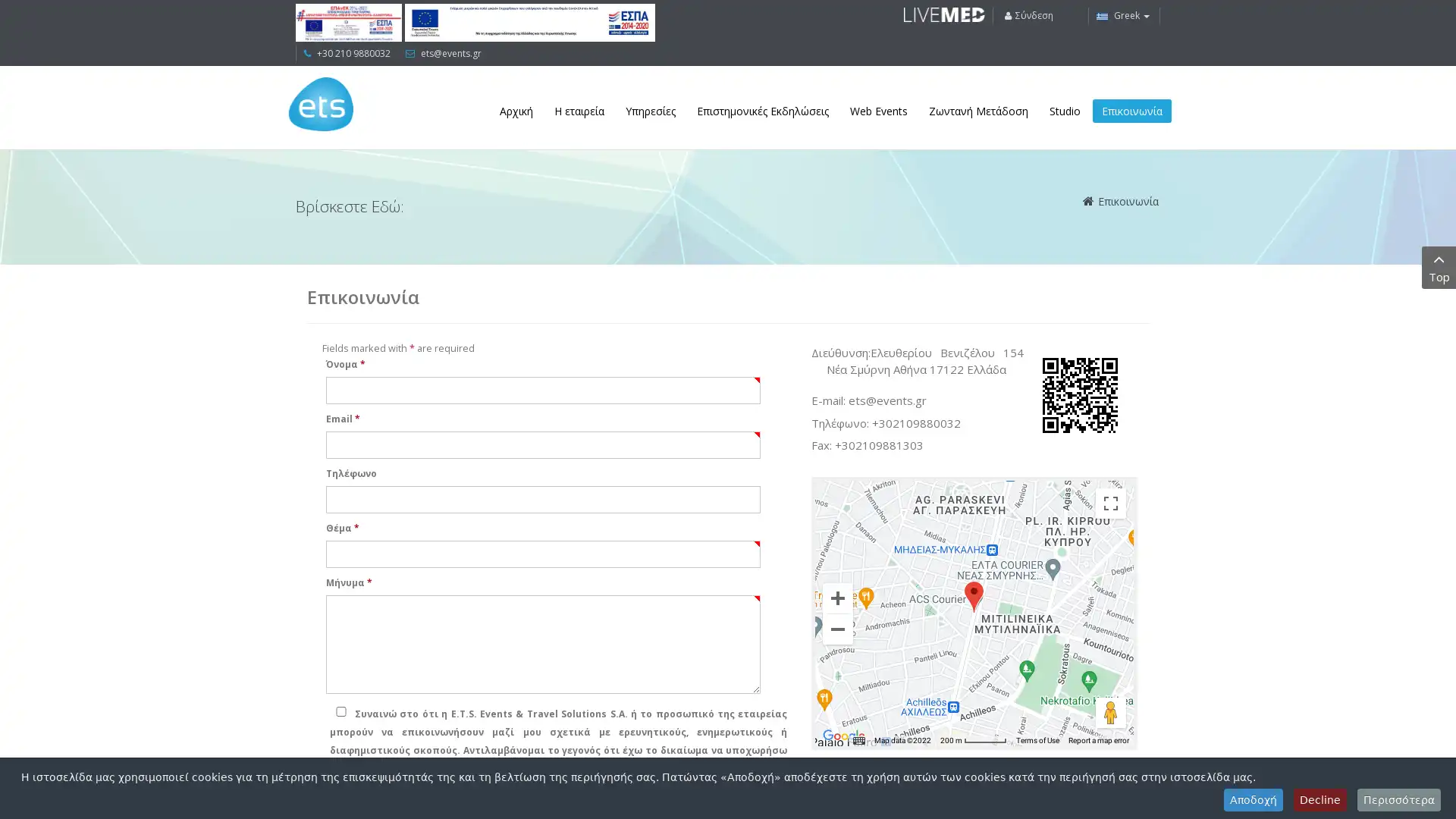  I want to click on Toggle fullscreen view, so click(1110, 503).